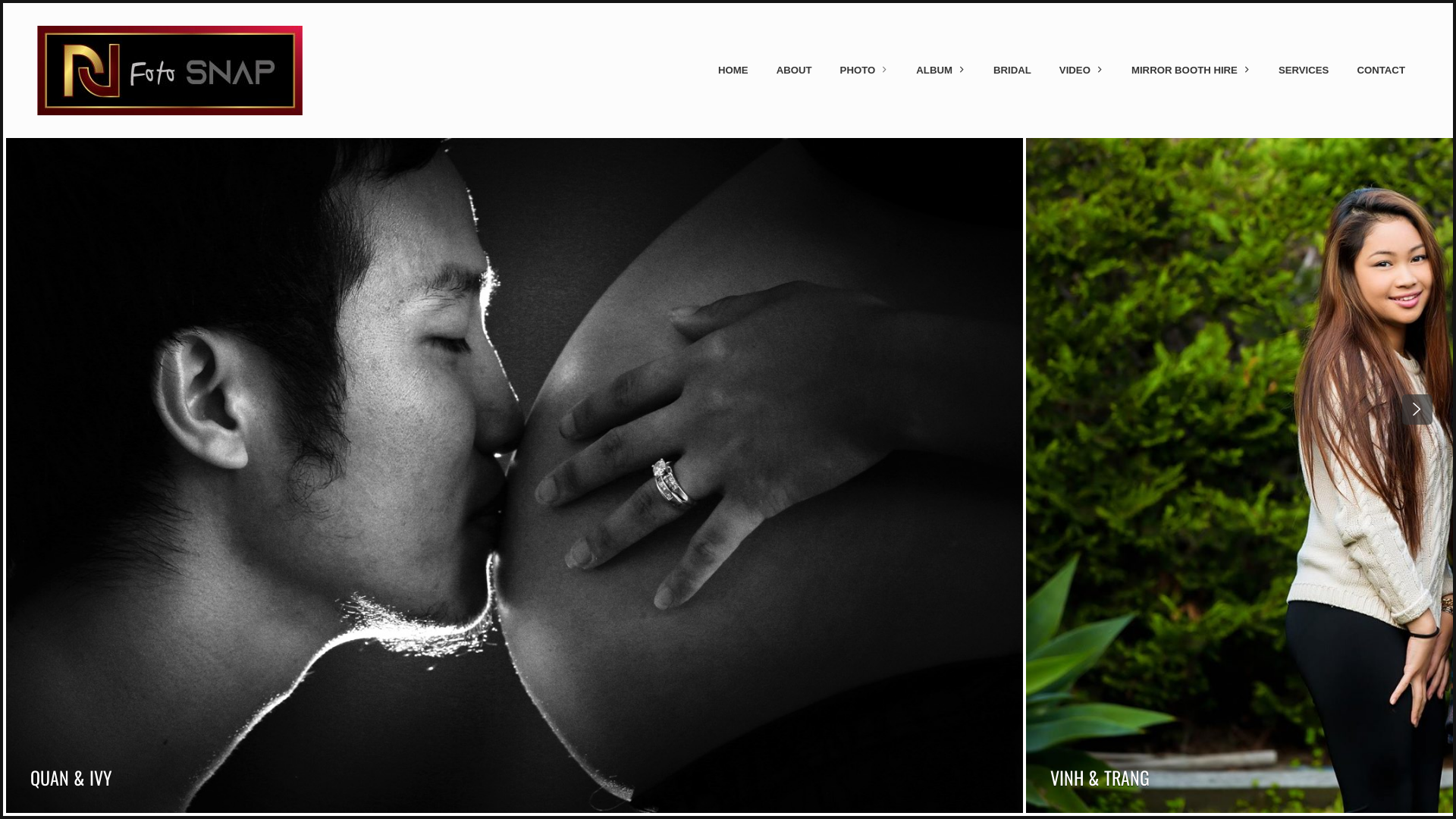 The width and height of the screenshot is (1456, 819). I want to click on 'VIDEO', so click(1080, 70).